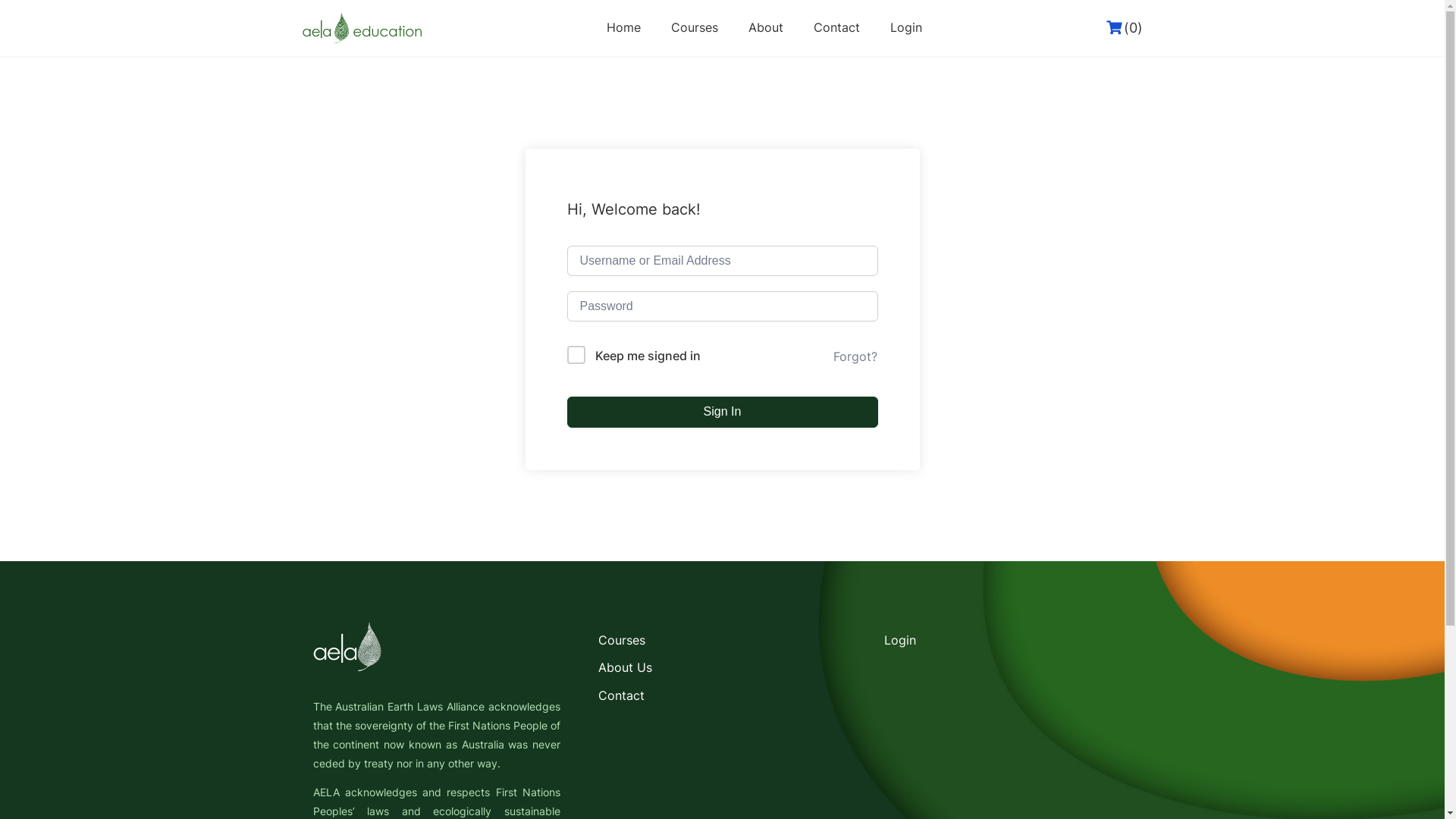 The image size is (1456, 819). Describe the element at coordinates (623, 27) in the screenshot. I see `'Home'` at that location.